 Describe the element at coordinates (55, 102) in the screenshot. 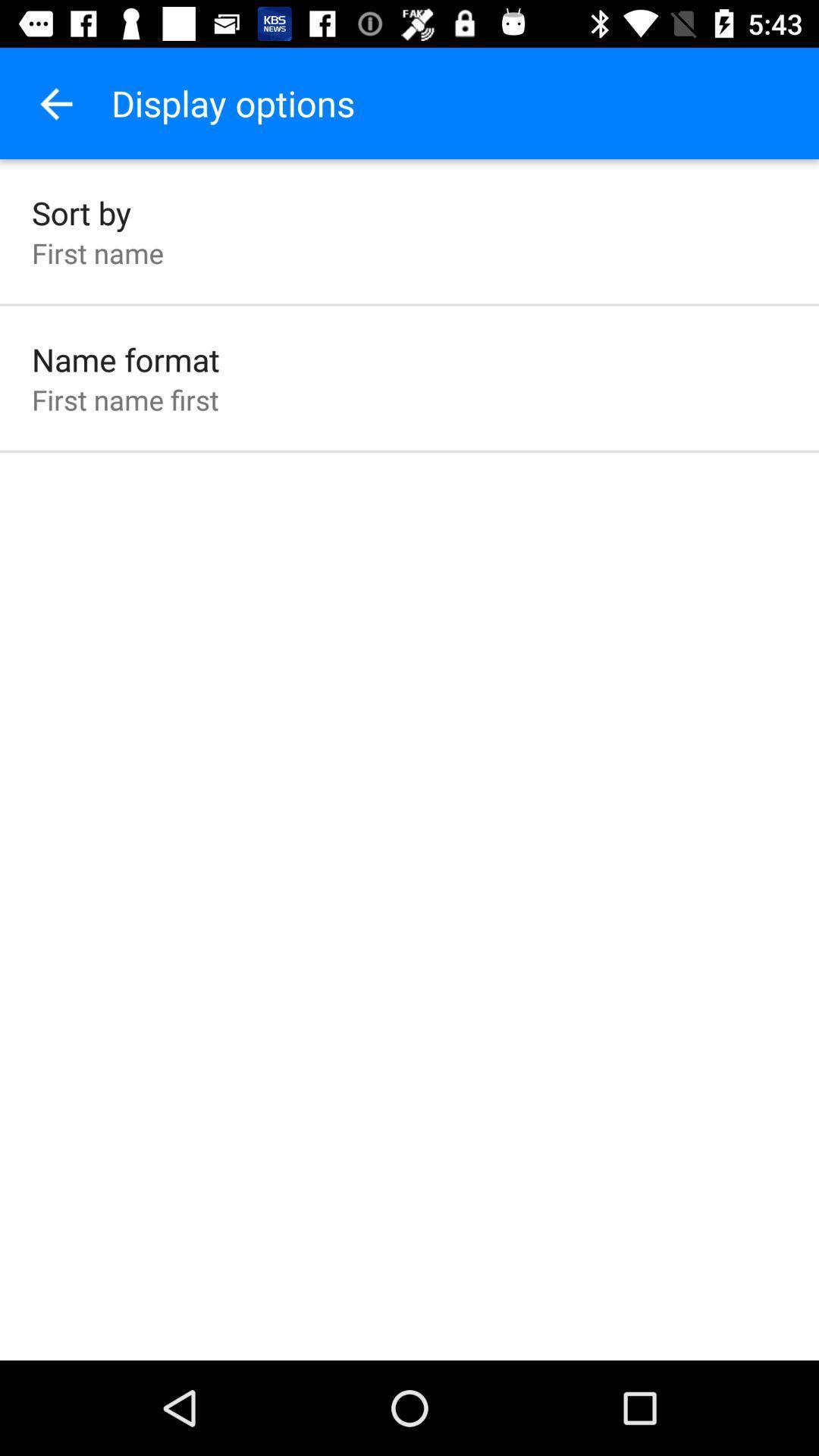

I see `item above sort by item` at that location.